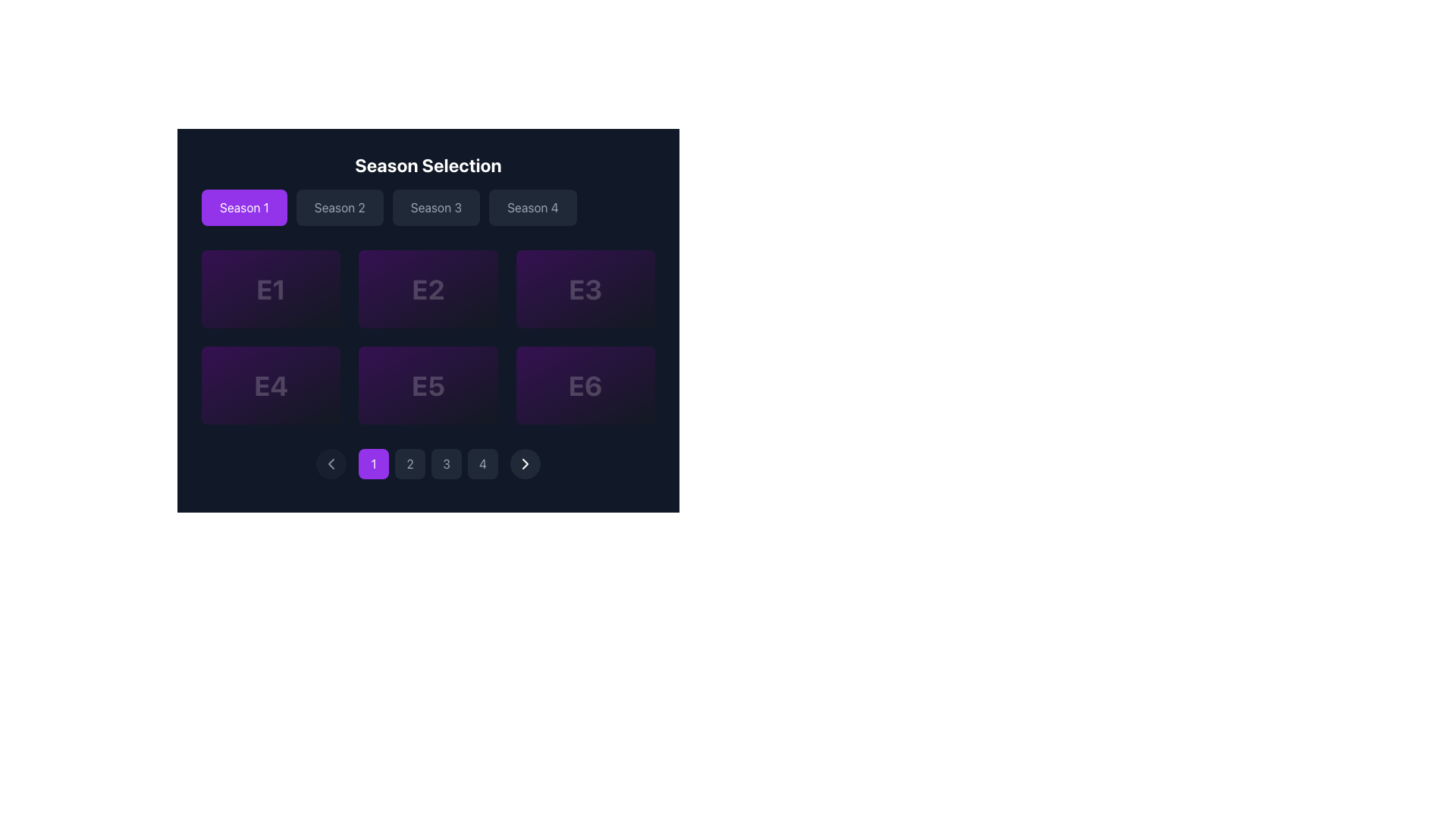 The image size is (1456, 819). I want to click on the non-interactive text label for 'E4' located in the second row, first column of the 2x3 grid within the 'Season 1' section, so click(271, 384).